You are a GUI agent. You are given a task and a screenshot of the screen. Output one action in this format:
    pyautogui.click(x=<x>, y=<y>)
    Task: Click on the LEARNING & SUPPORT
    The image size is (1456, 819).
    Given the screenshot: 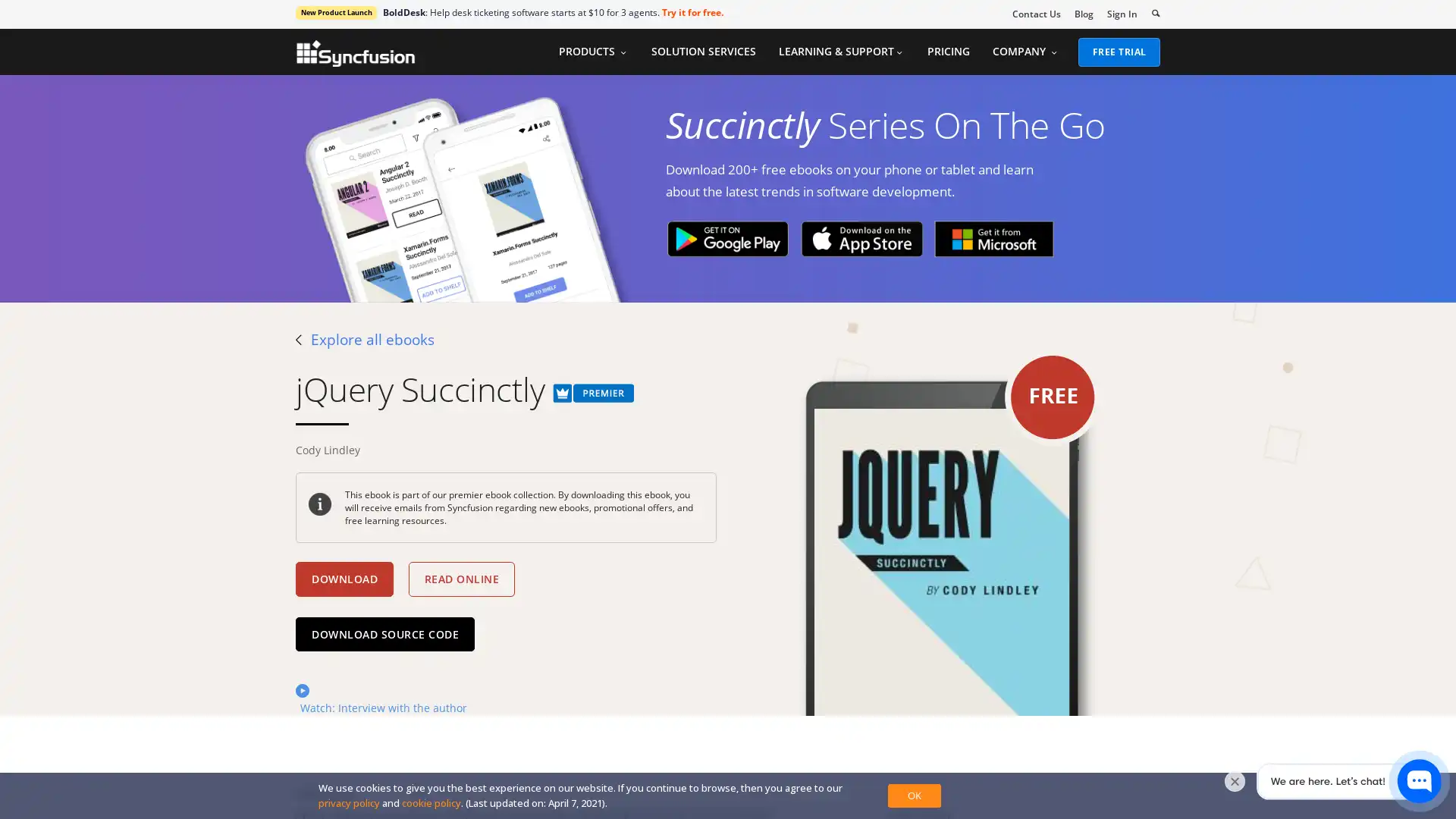 What is the action you would take?
    pyautogui.click(x=839, y=51)
    